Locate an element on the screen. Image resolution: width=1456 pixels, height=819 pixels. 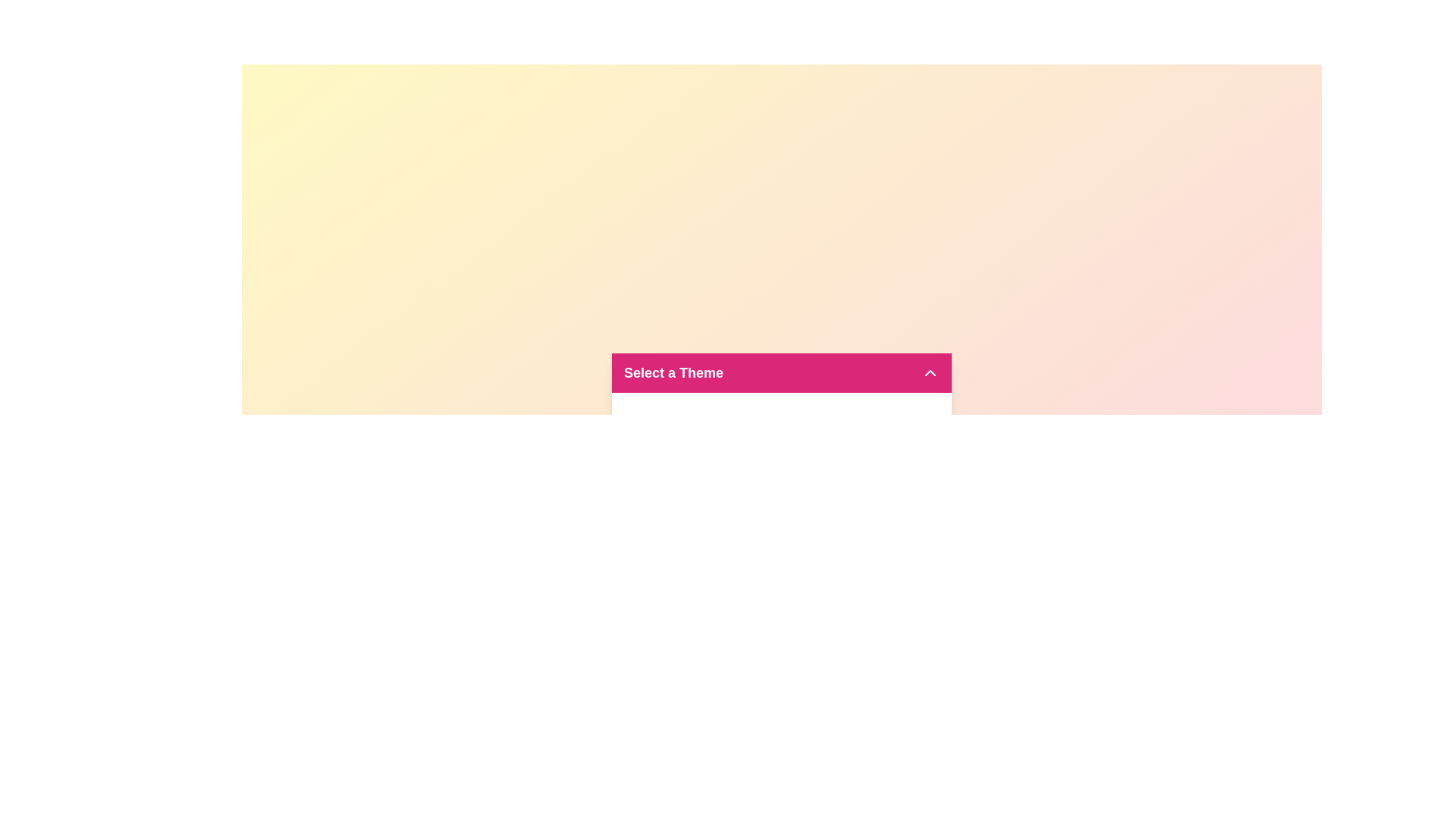
the dropdown icon to toggle the menu state is located at coordinates (930, 373).